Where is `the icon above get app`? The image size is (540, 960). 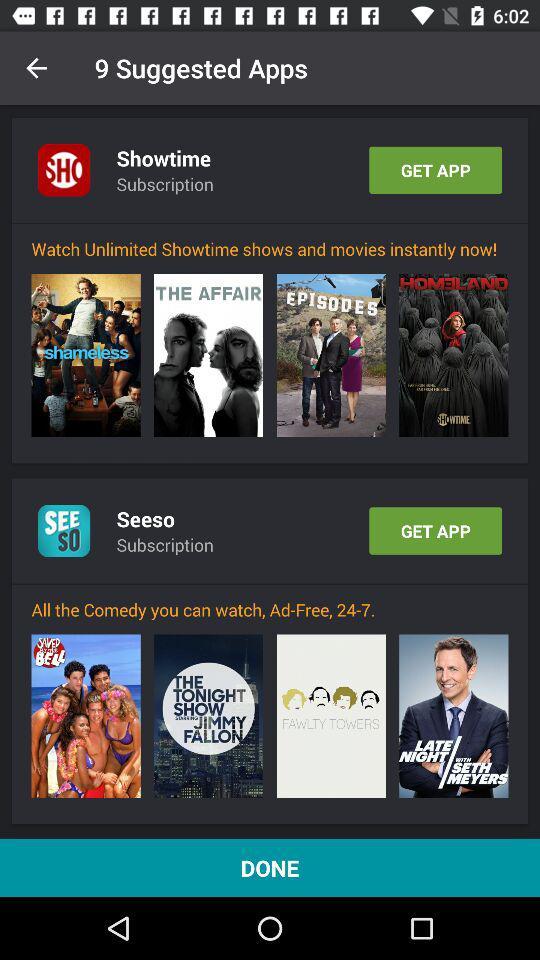 the icon above get app is located at coordinates (453, 355).